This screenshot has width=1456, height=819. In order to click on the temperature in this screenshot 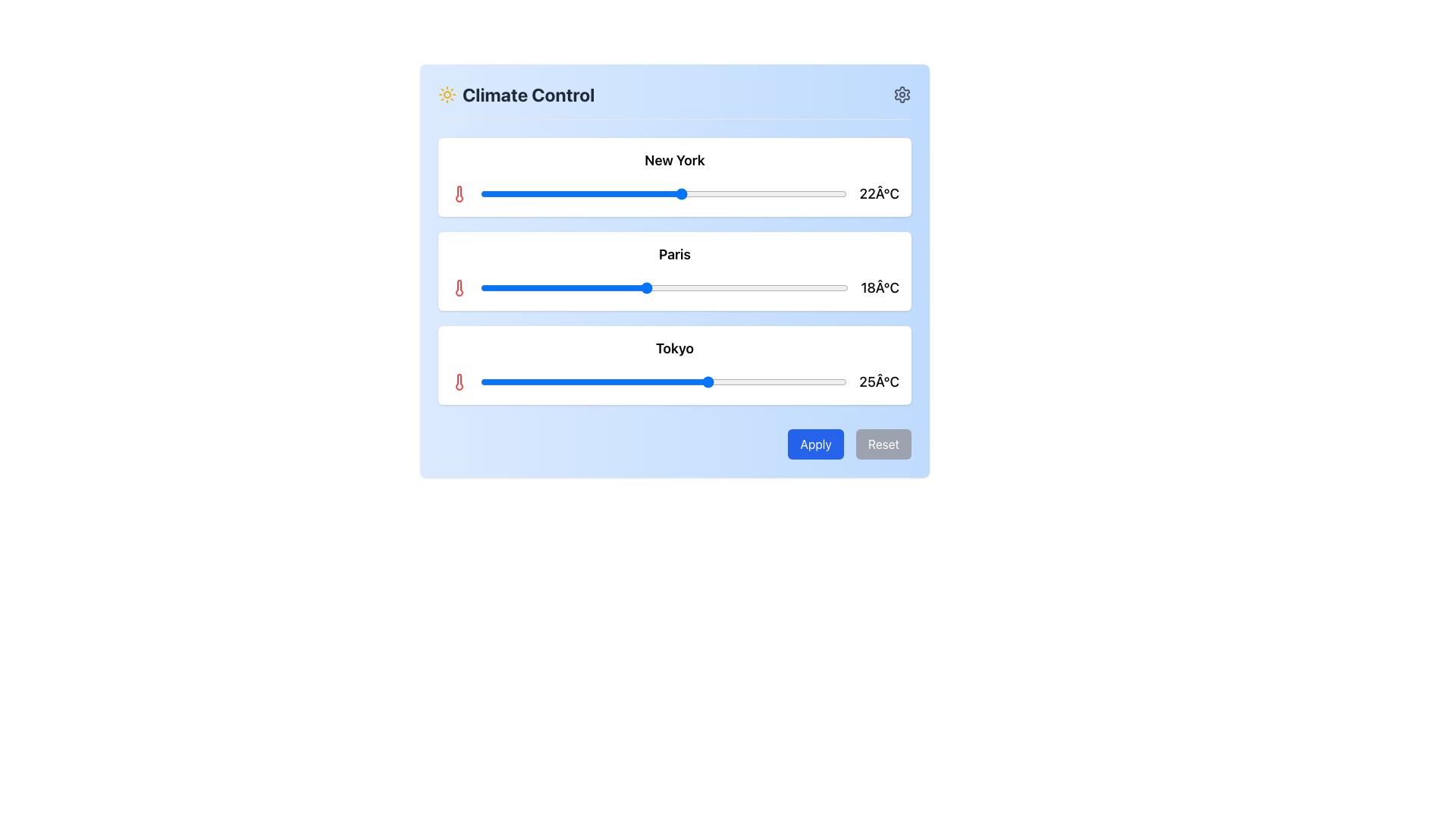, I will do `click(690, 381)`.